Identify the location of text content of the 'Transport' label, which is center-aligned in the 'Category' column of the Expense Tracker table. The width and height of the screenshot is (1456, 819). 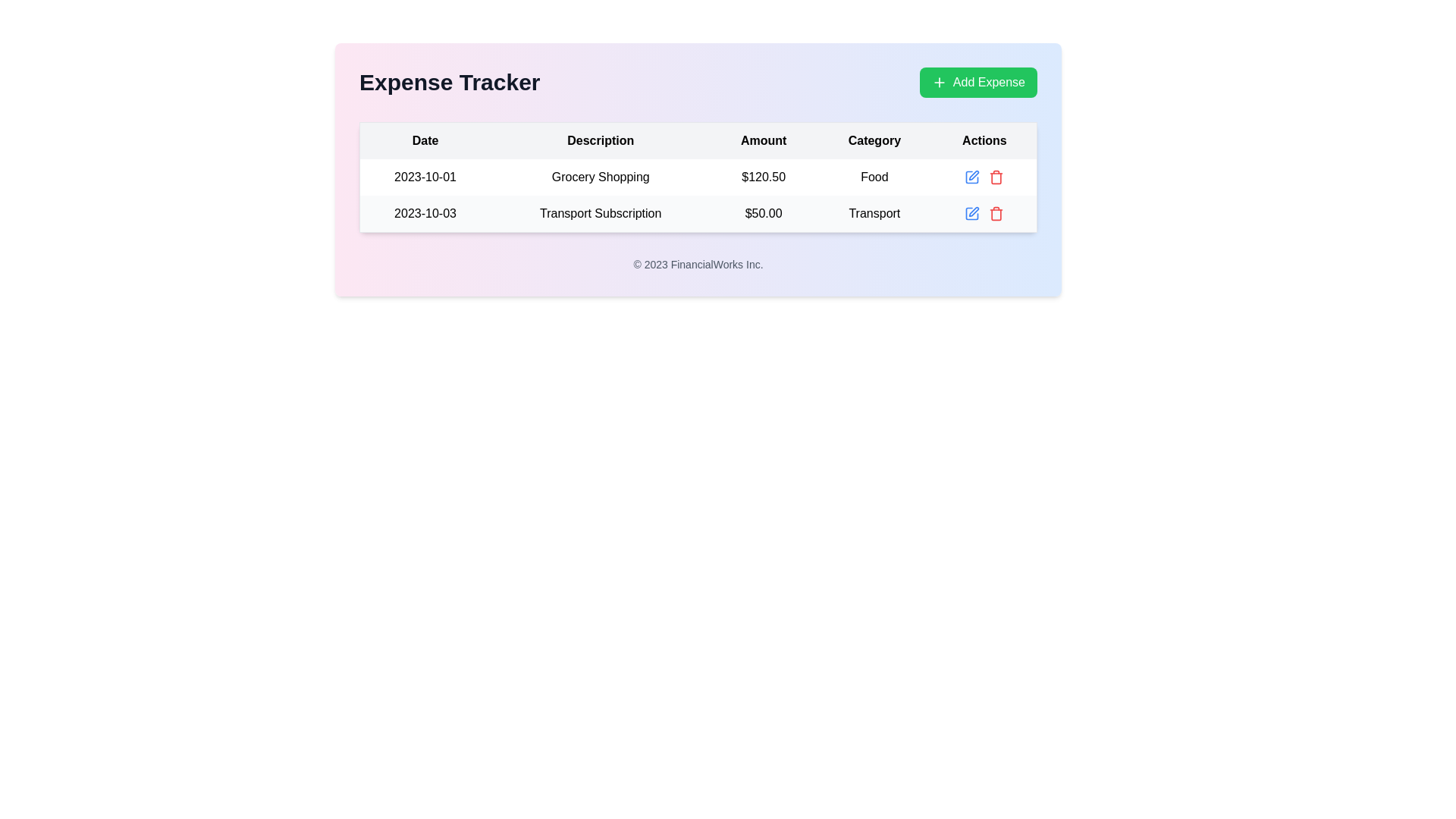
(874, 214).